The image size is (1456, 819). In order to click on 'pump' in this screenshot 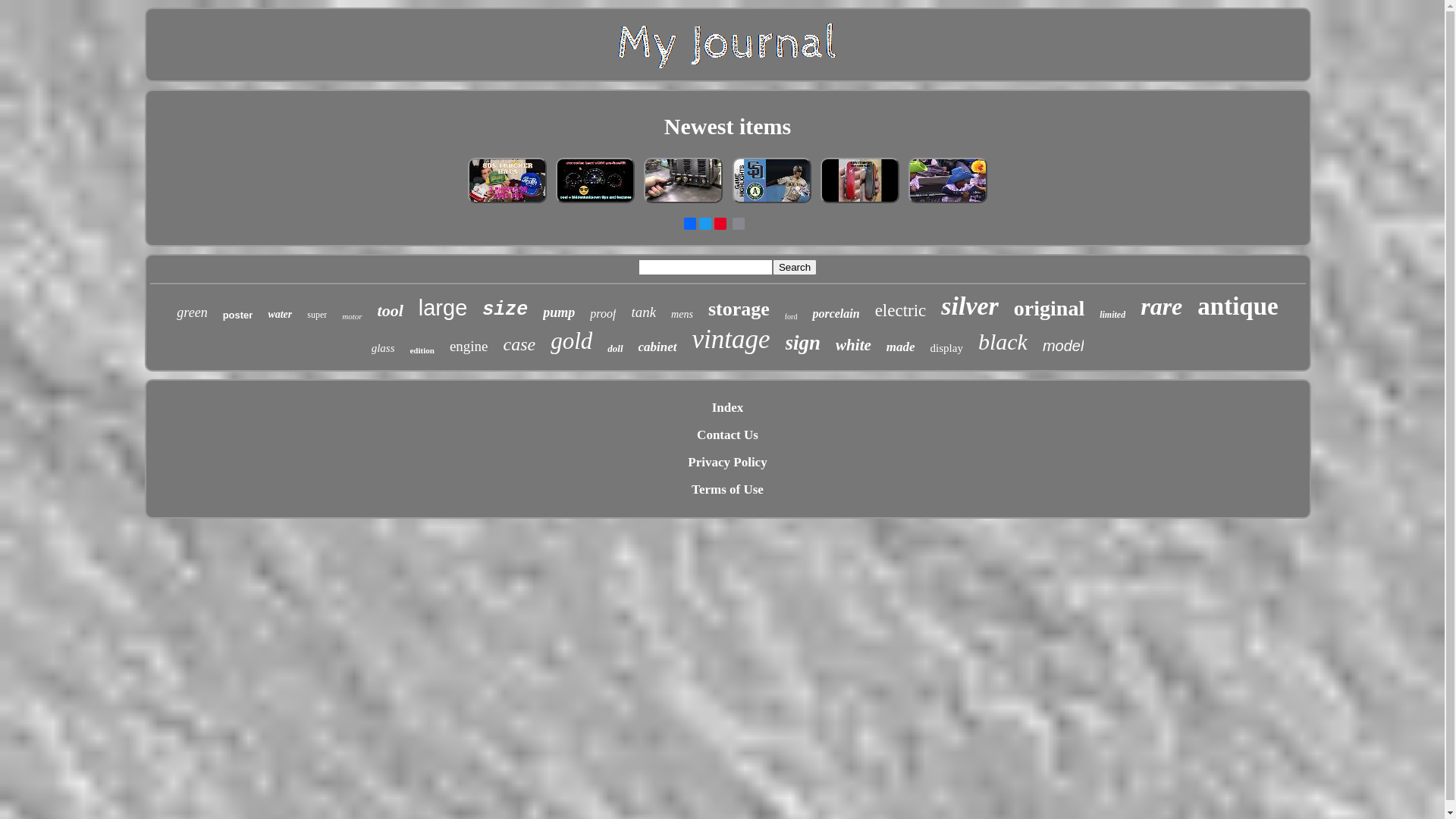, I will do `click(558, 312)`.